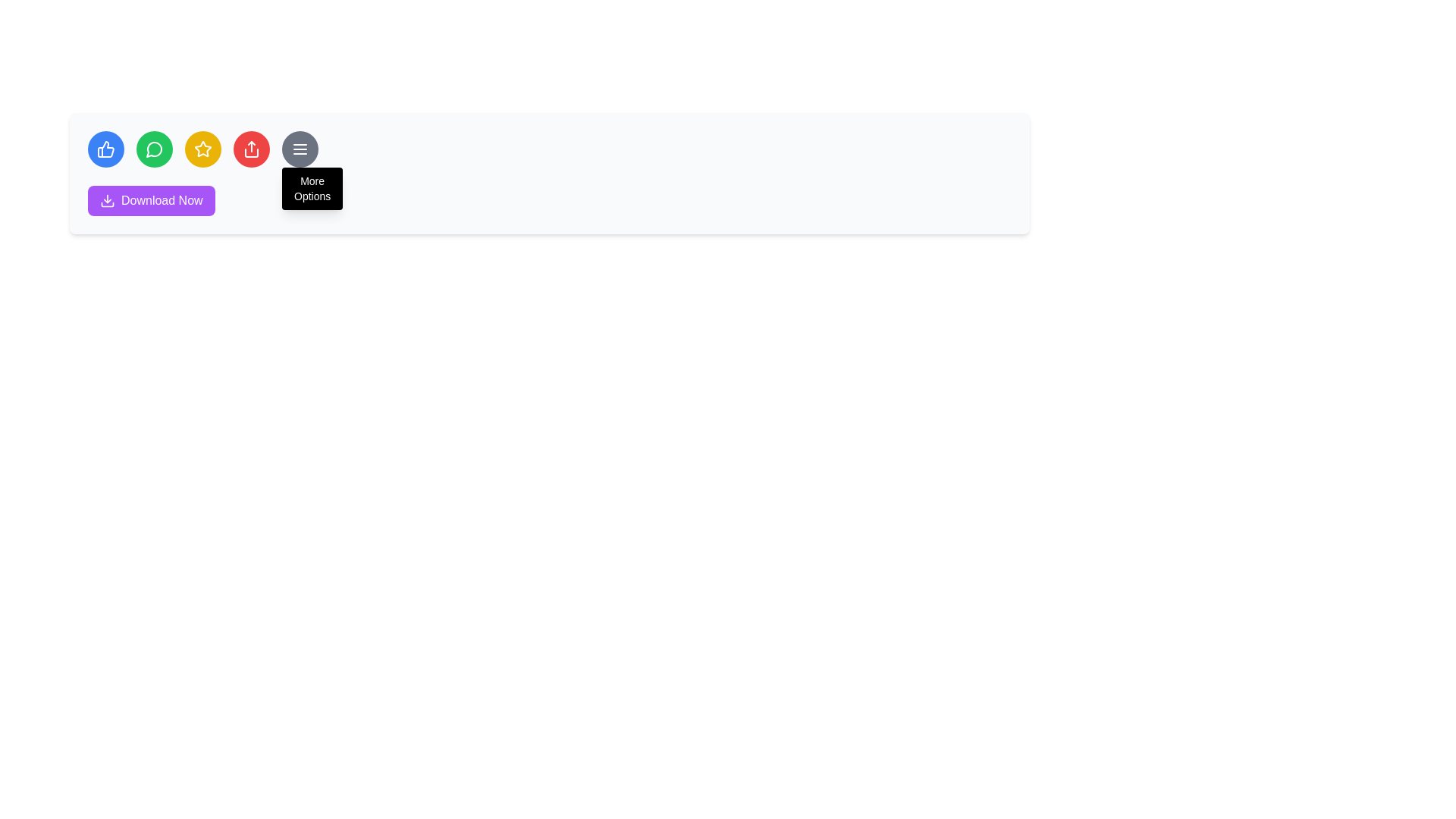 This screenshot has height=819, width=1456. I want to click on the blue circular button with a white thumbs-up icon located at the top of the interface, which is the first button in a row of colorful buttons, so click(105, 149).